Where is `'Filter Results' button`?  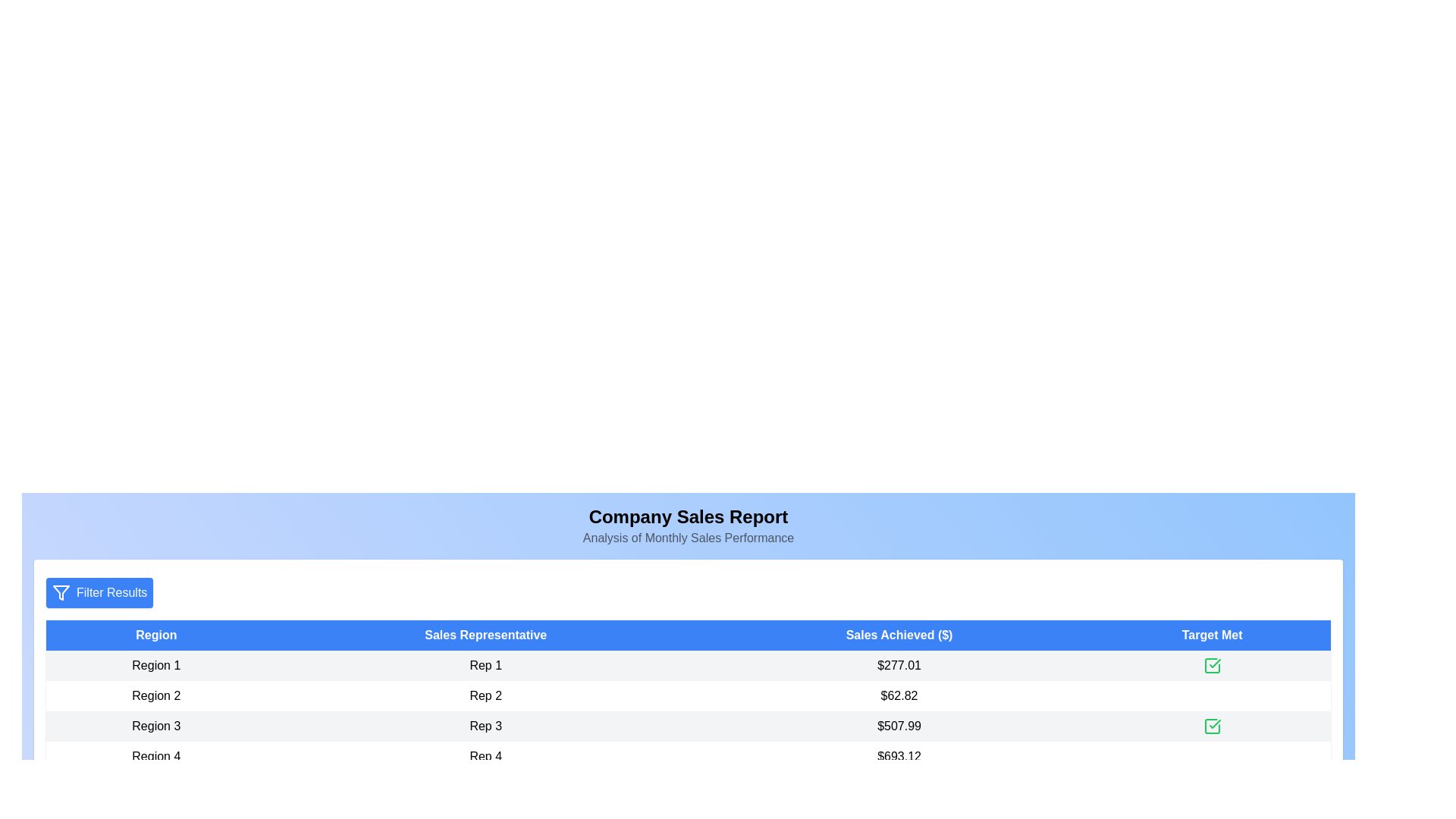
'Filter Results' button is located at coordinates (99, 592).